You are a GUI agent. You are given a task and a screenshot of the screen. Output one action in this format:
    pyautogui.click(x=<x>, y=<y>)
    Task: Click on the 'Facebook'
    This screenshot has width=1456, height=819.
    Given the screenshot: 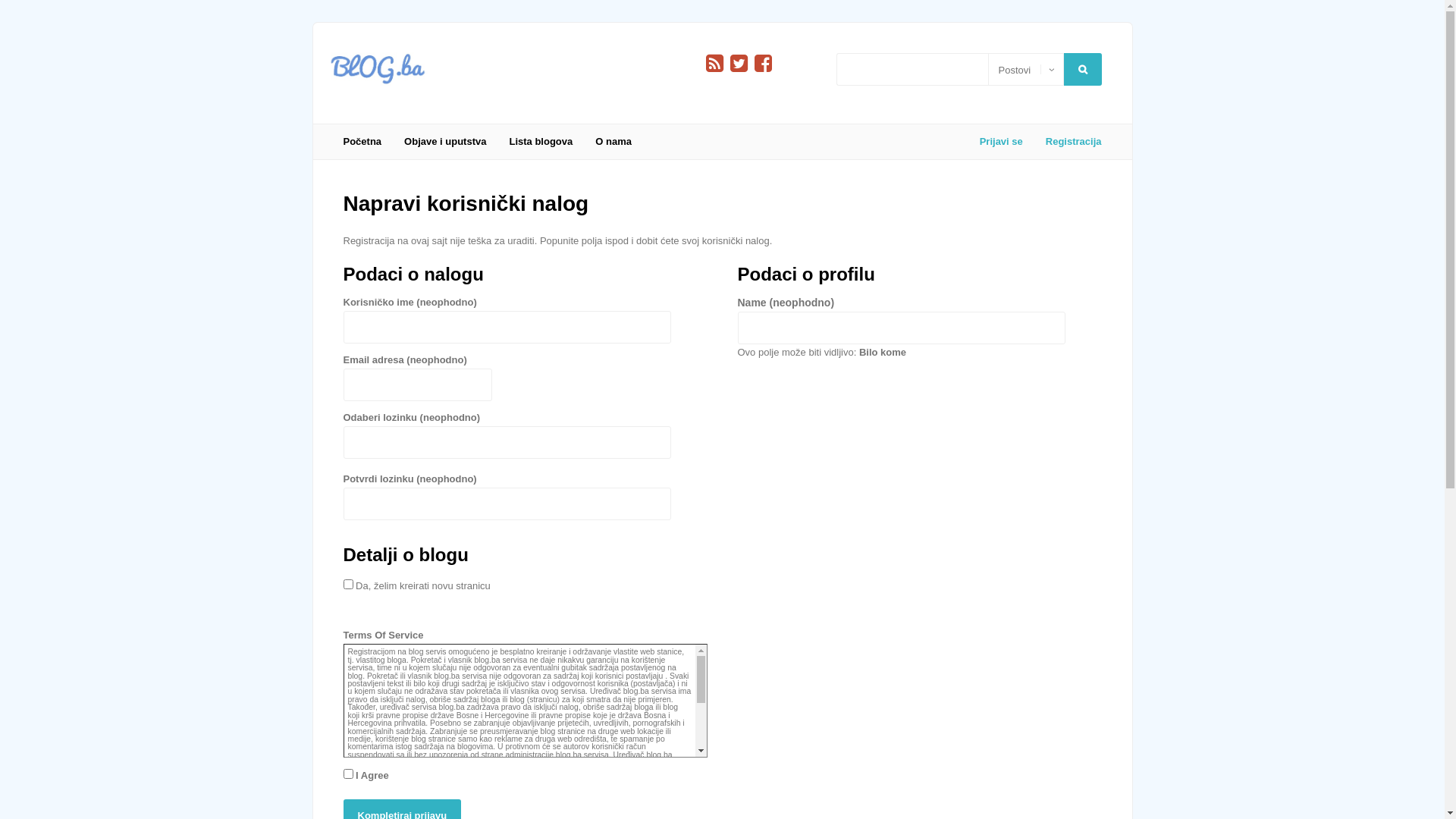 What is the action you would take?
    pyautogui.click(x=762, y=62)
    